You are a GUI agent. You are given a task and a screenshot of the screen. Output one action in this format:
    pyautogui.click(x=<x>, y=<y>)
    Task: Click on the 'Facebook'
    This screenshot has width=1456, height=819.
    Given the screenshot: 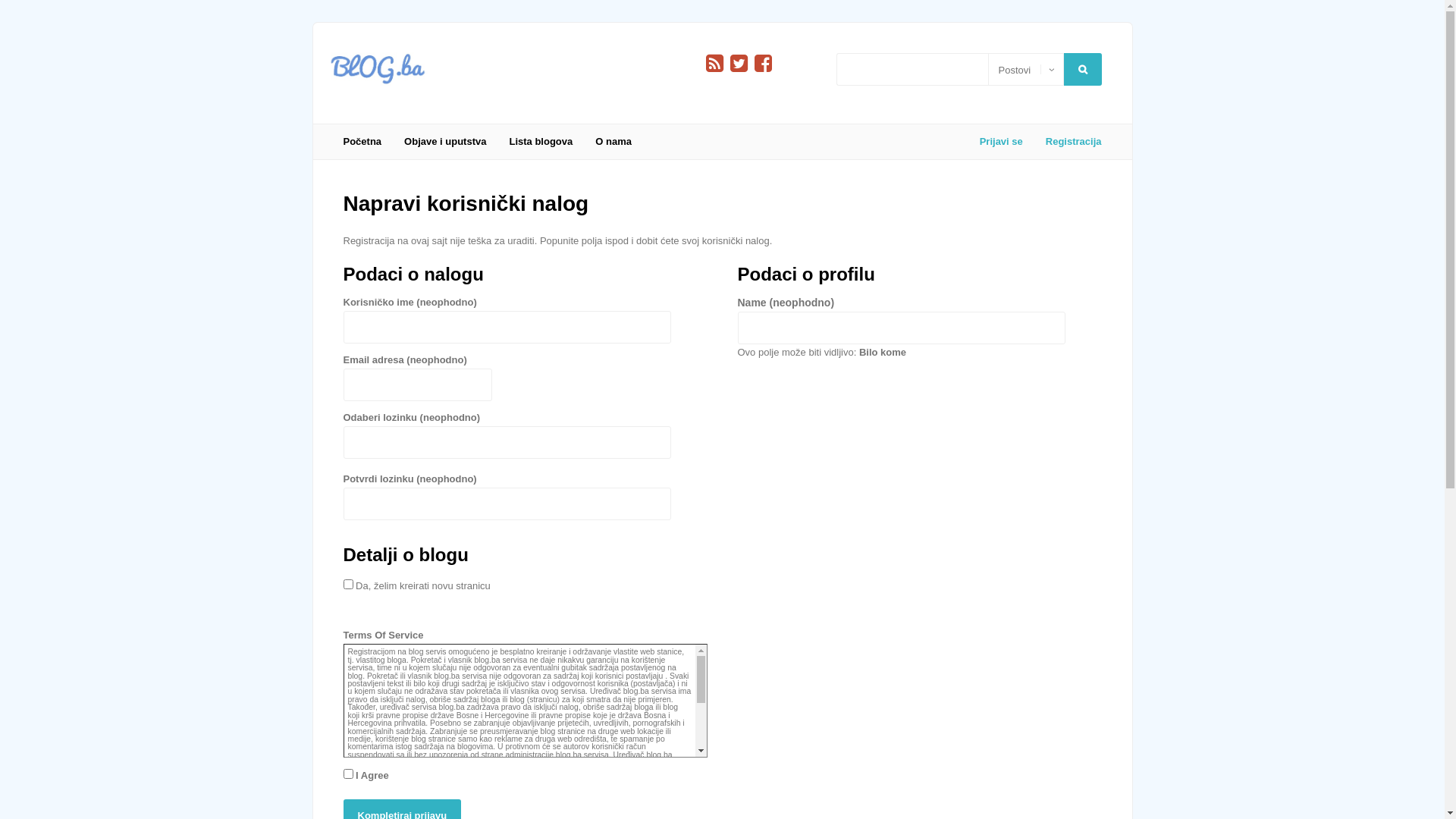 What is the action you would take?
    pyautogui.click(x=762, y=62)
    